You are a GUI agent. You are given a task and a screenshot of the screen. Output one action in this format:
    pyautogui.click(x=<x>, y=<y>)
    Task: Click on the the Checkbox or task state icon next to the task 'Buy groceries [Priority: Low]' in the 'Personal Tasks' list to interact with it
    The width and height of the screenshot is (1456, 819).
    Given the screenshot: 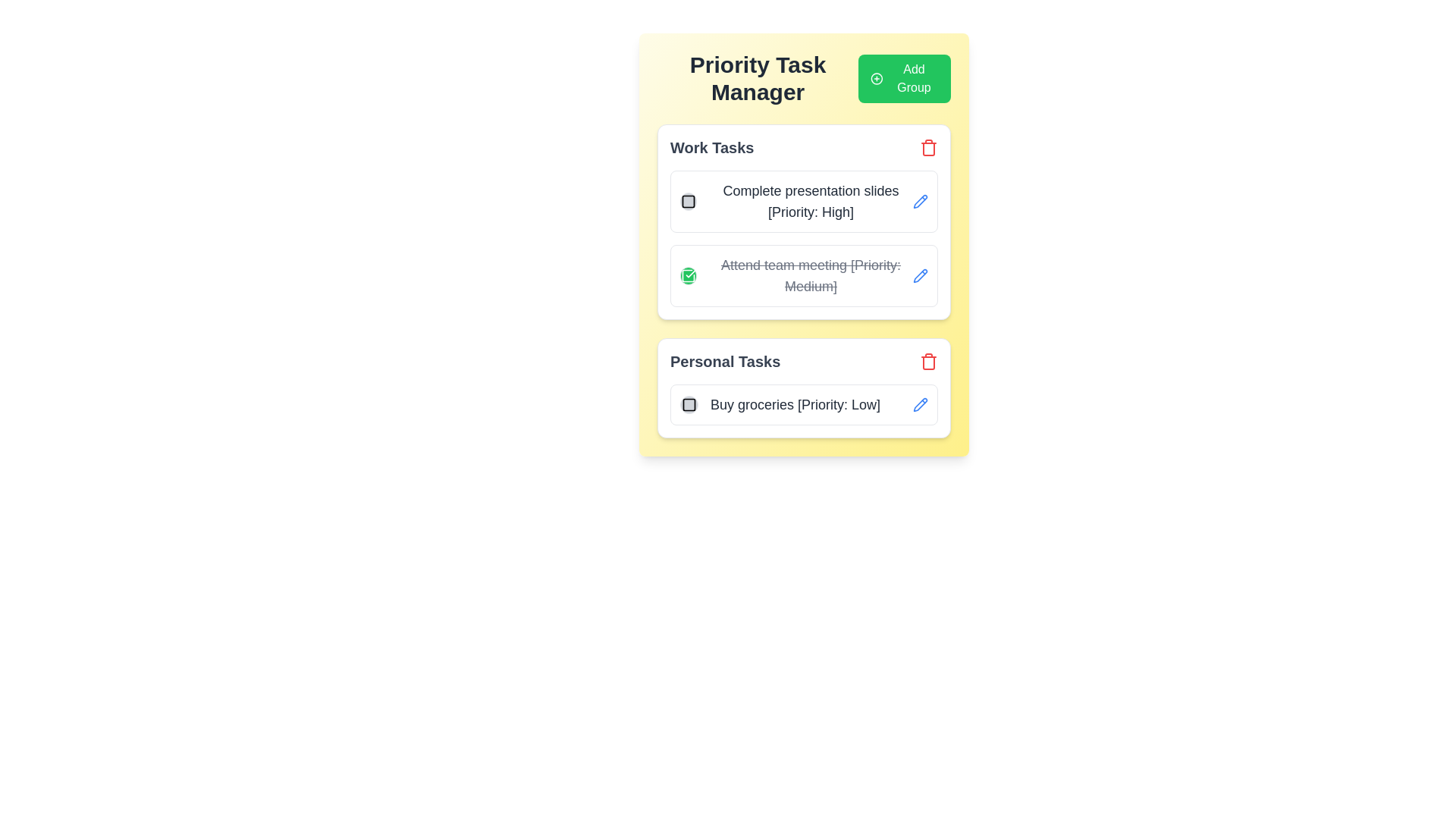 What is the action you would take?
    pyautogui.click(x=688, y=403)
    